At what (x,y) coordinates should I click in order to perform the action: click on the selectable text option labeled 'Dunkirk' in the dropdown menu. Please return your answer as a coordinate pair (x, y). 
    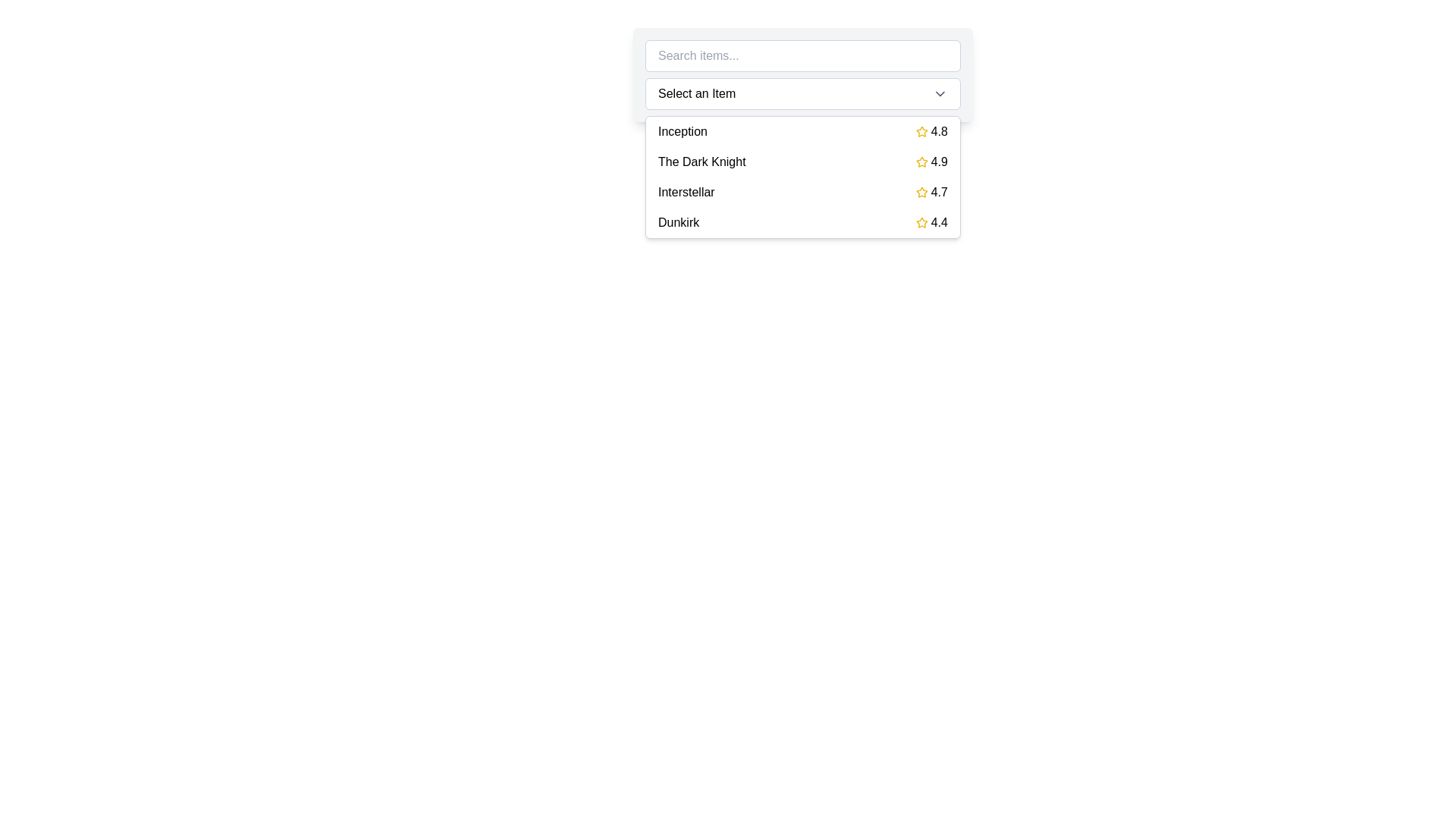
    Looking at the image, I should click on (678, 222).